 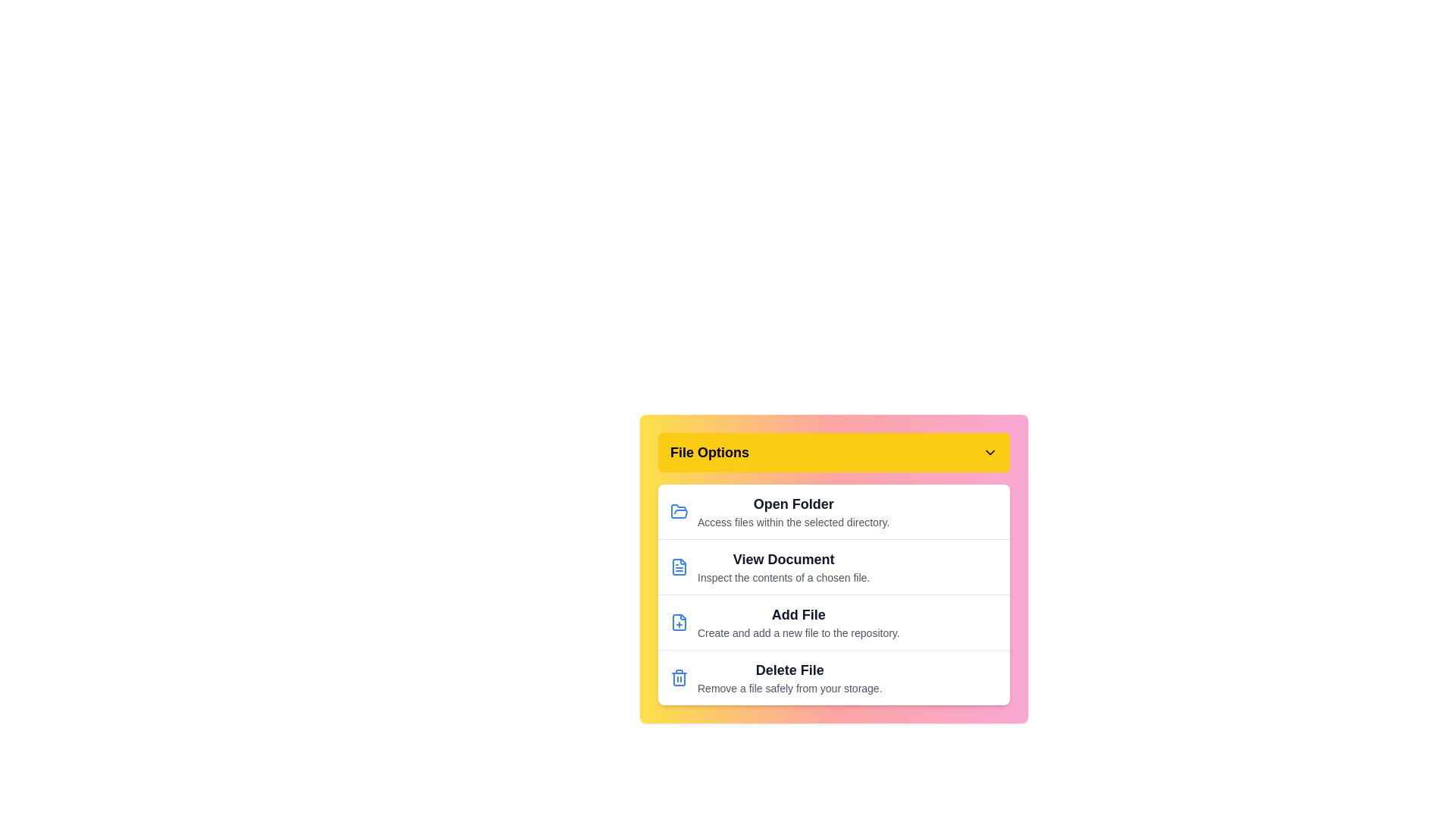 I want to click on the second action item in the 'File Options' menu, so click(x=783, y=567).